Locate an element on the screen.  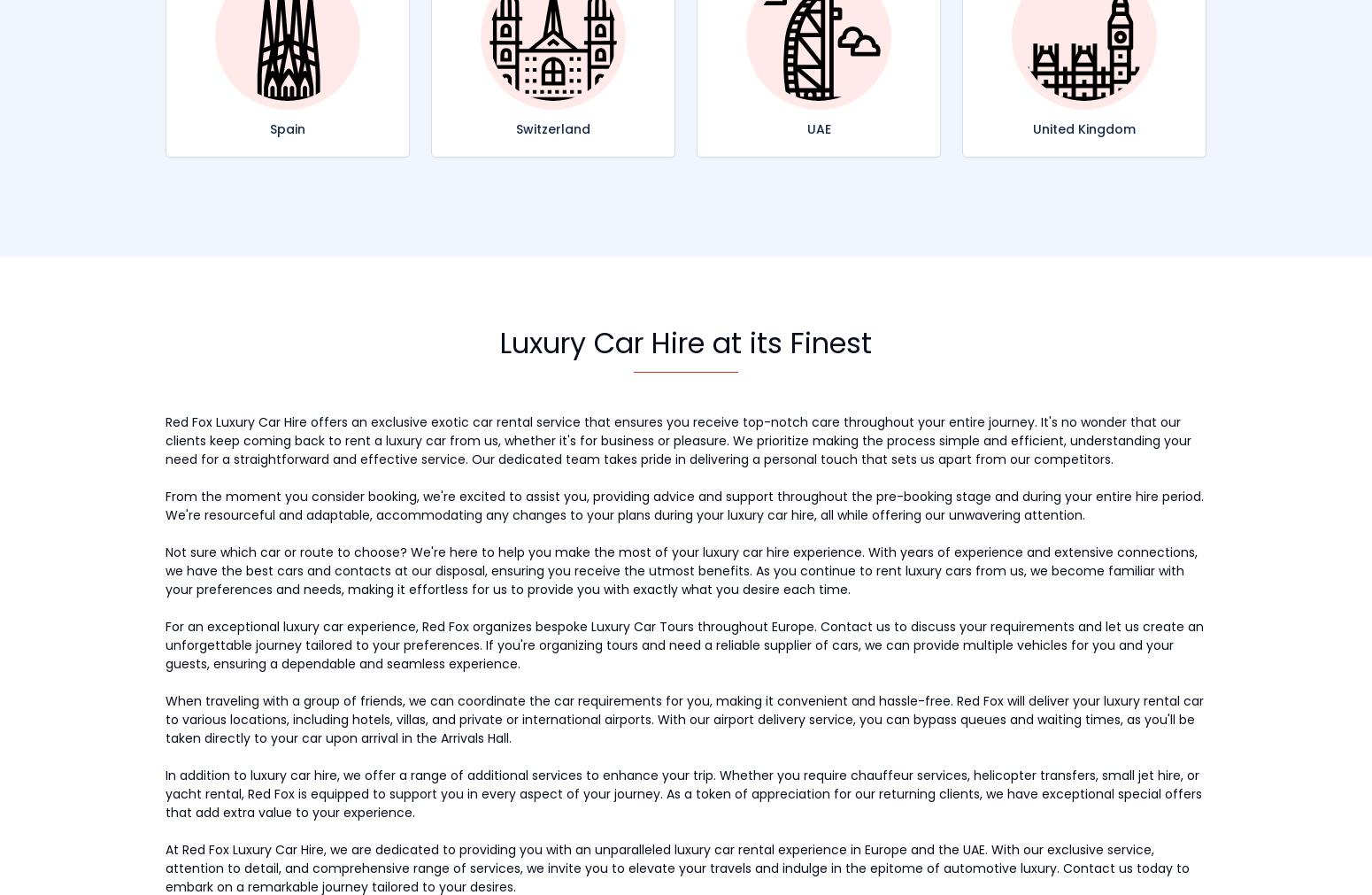
'Spain' is located at coordinates (287, 127).